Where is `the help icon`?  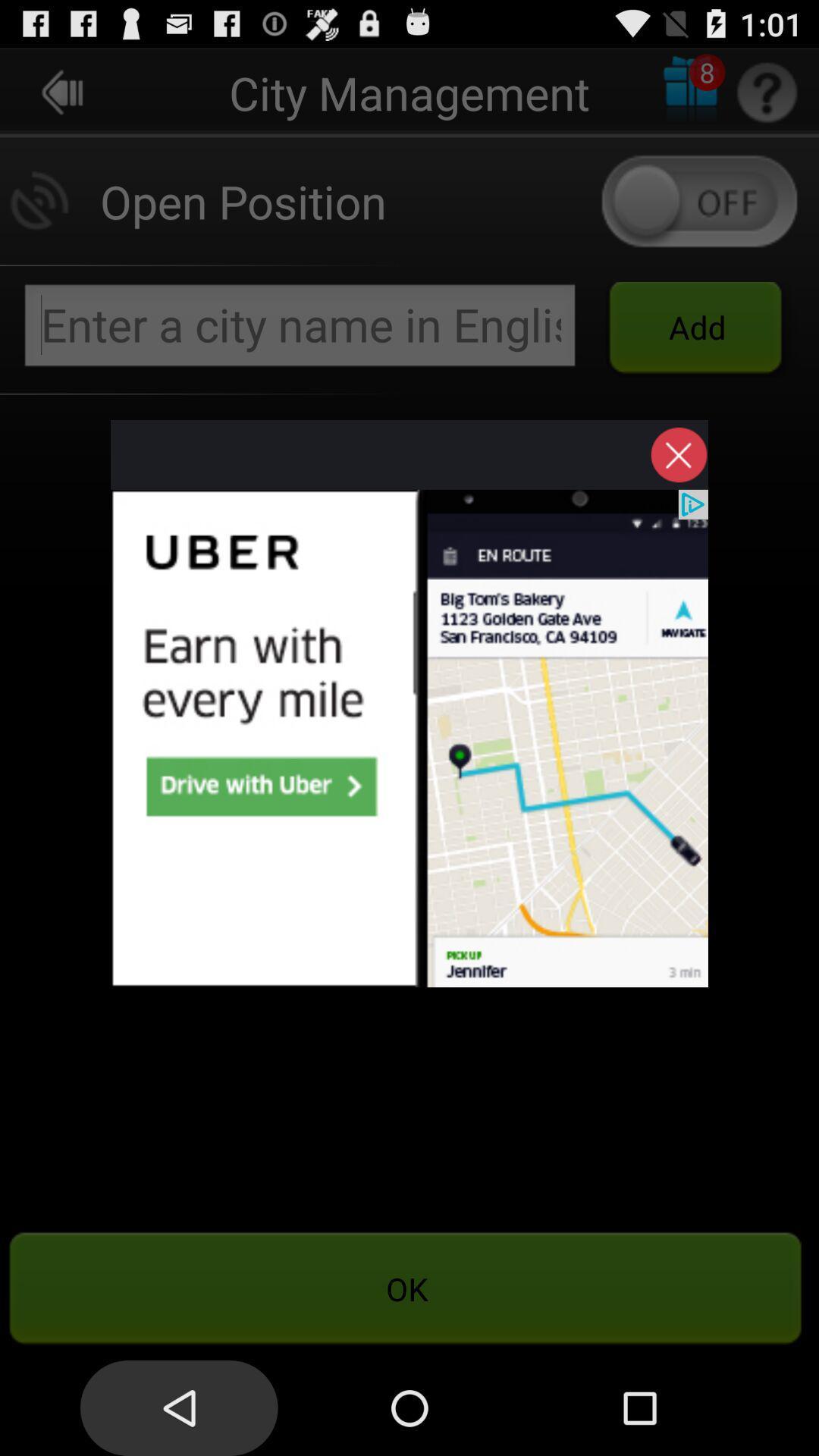
the help icon is located at coordinates (767, 98).